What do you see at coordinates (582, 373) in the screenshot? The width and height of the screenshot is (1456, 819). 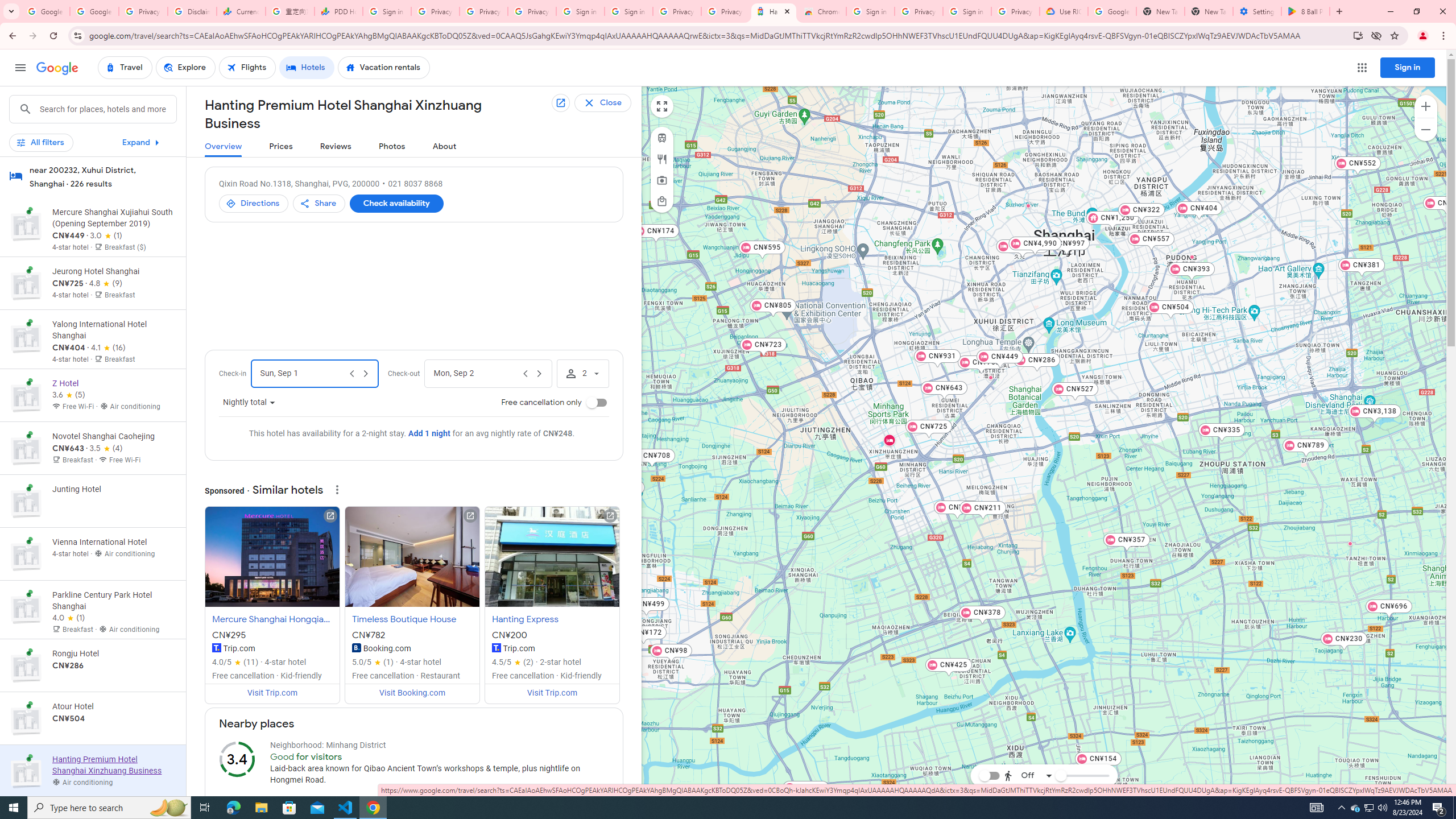 I see `'Number of travelers. Current number of travelers is 2.'` at bounding box center [582, 373].